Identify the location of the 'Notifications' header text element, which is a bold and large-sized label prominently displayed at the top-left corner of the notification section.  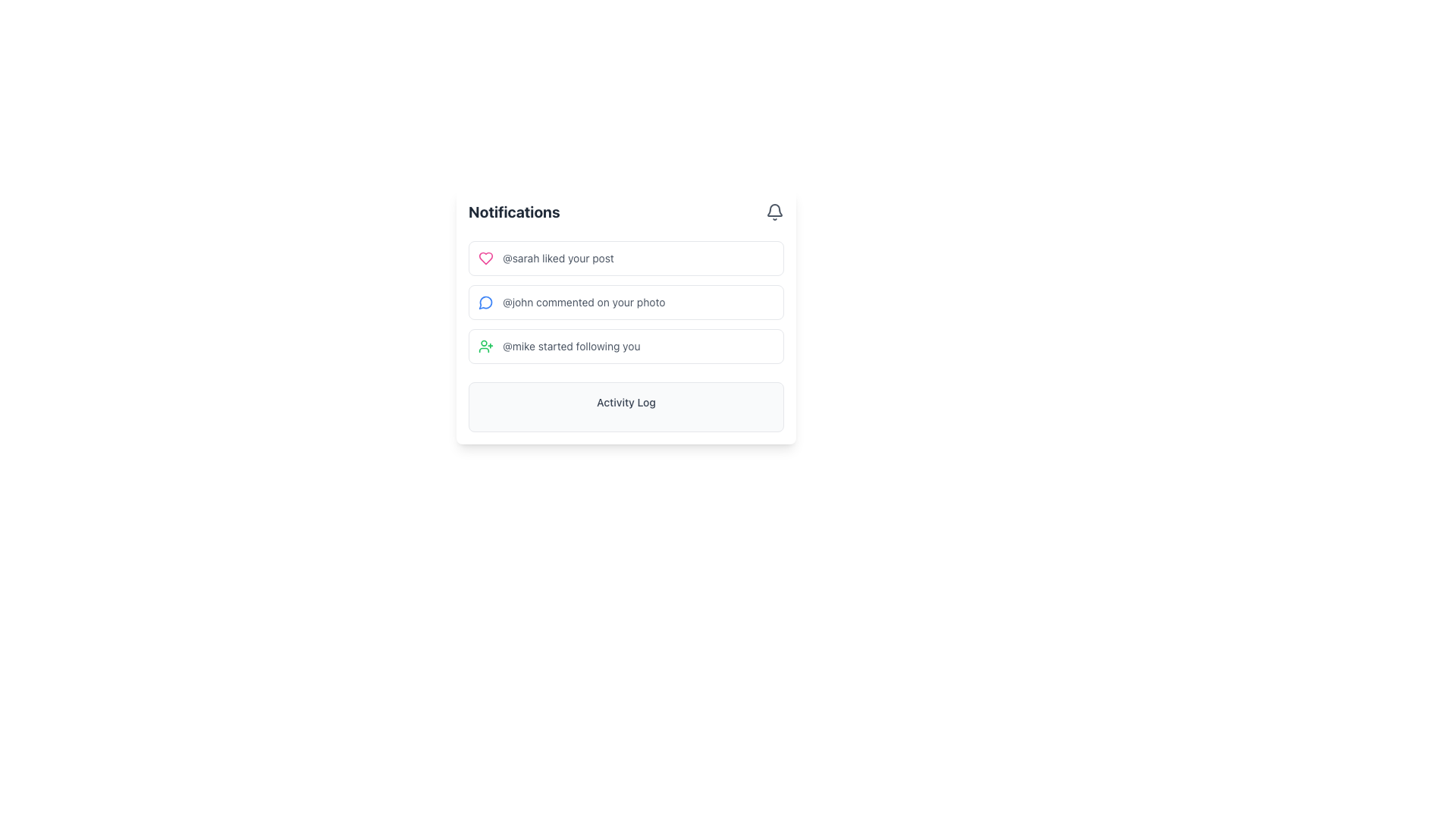
(514, 212).